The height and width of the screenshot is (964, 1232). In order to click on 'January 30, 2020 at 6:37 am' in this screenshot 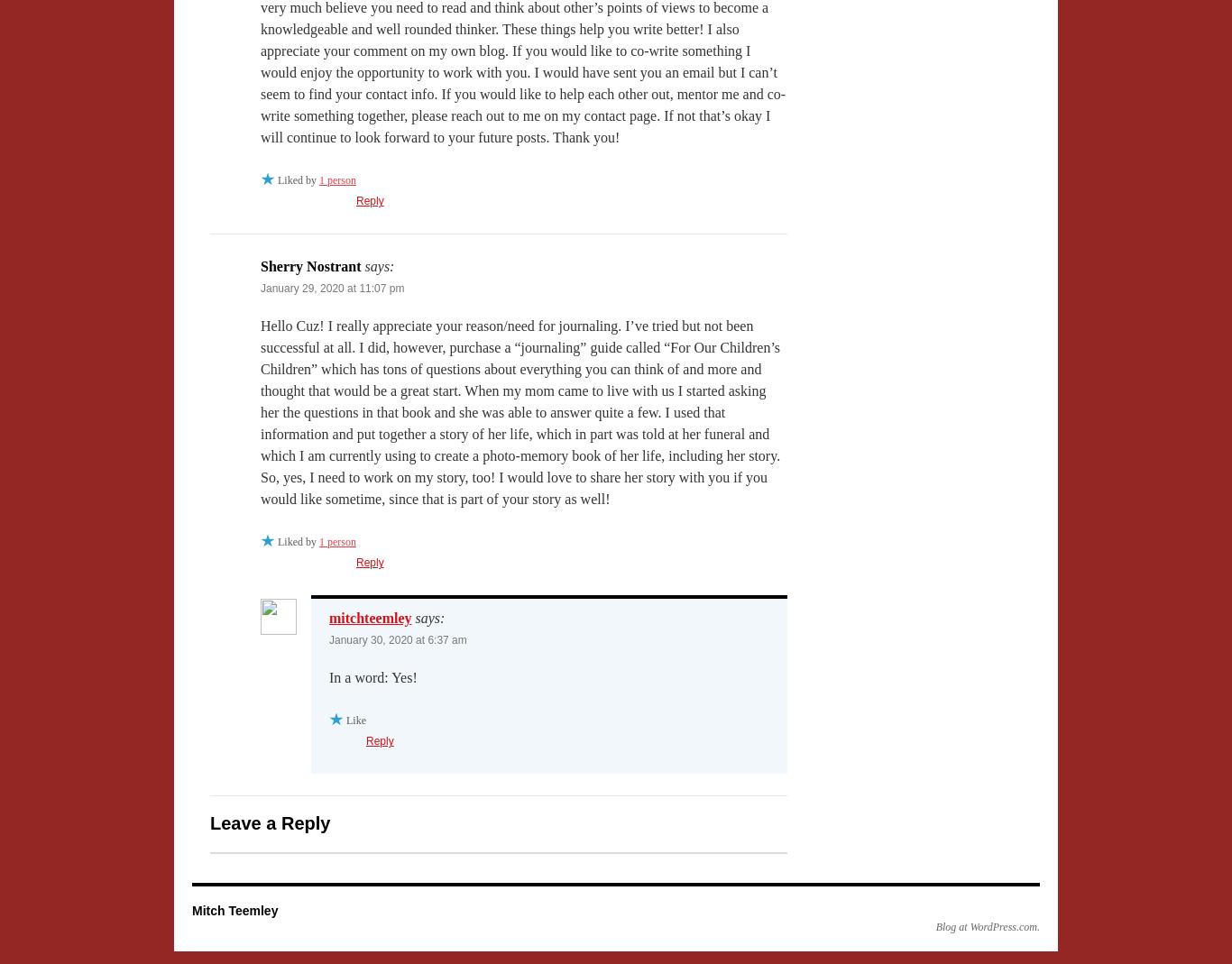, I will do `click(396, 639)`.